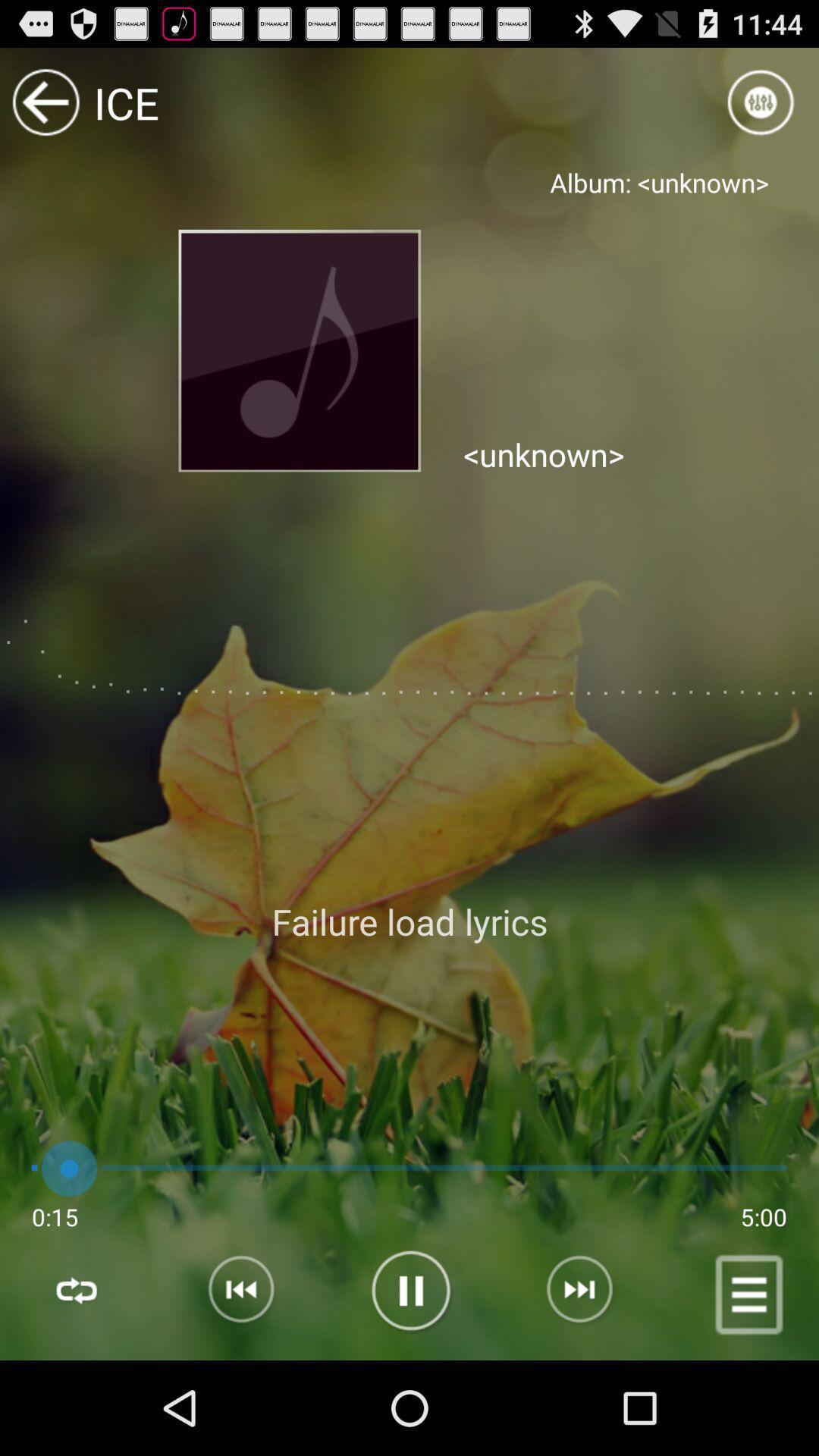 The width and height of the screenshot is (819, 1456). I want to click on the sliders icon, so click(761, 108).